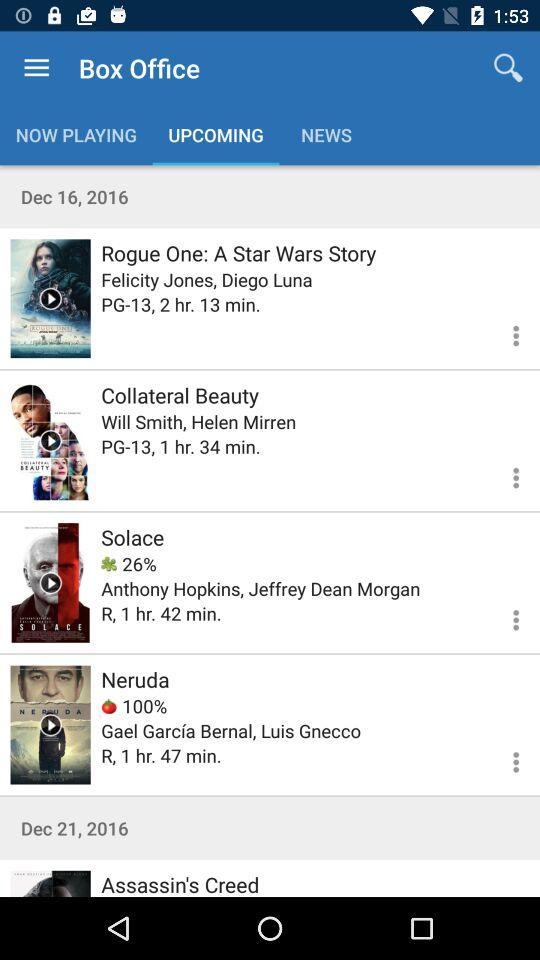  What do you see at coordinates (50, 882) in the screenshot?
I see `release date or upcoming video on assassin 's creed` at bounding box center [50, 882].